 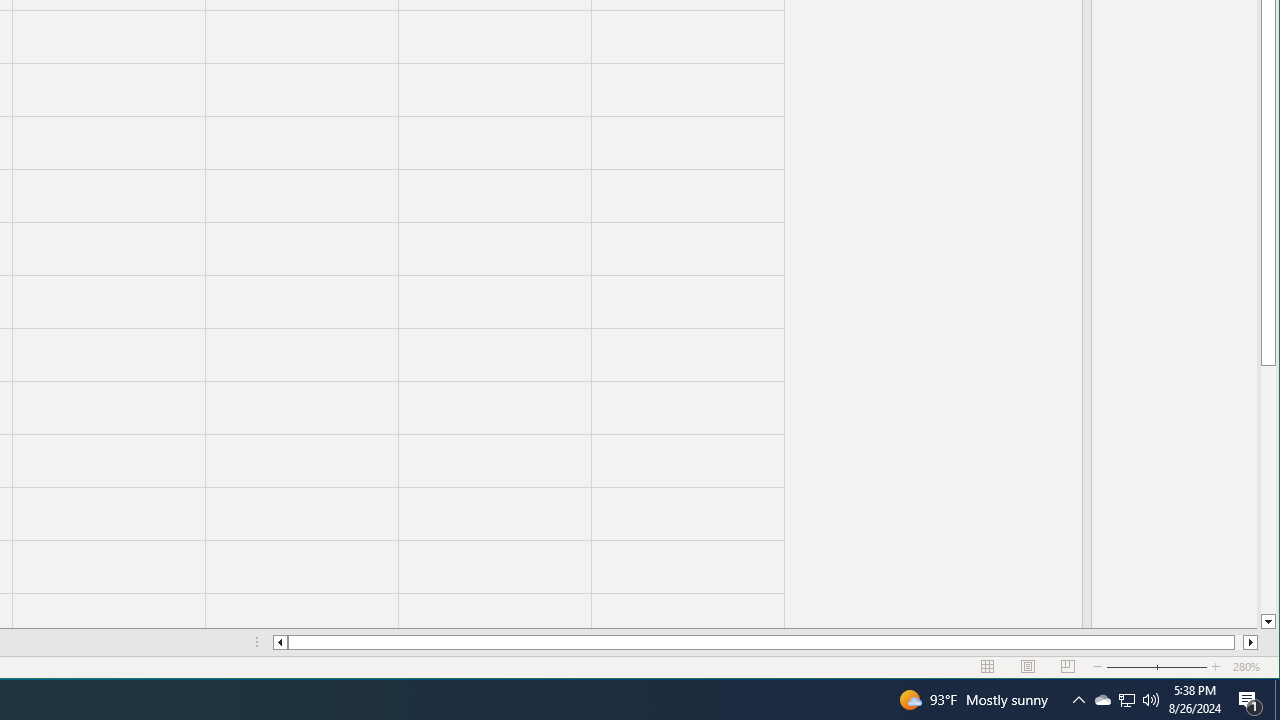 What do you see at coordinates (1250, 698) in the screenshot?
I see `'Action Center, 1 new notification'` at bounding box center [1250, 698].